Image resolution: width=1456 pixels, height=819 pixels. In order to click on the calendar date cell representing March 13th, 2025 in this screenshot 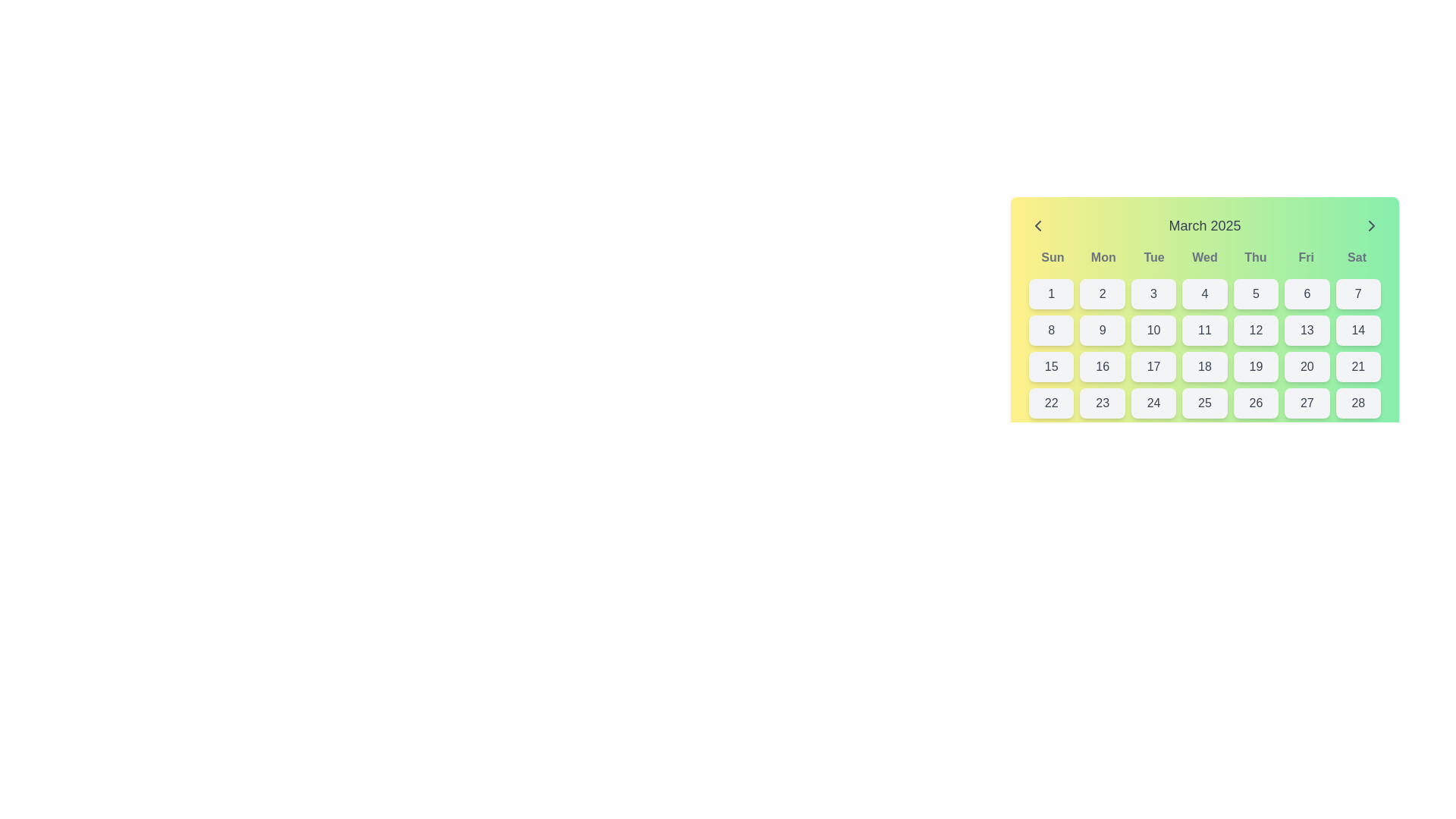, I will do `click(1306, 329)`.